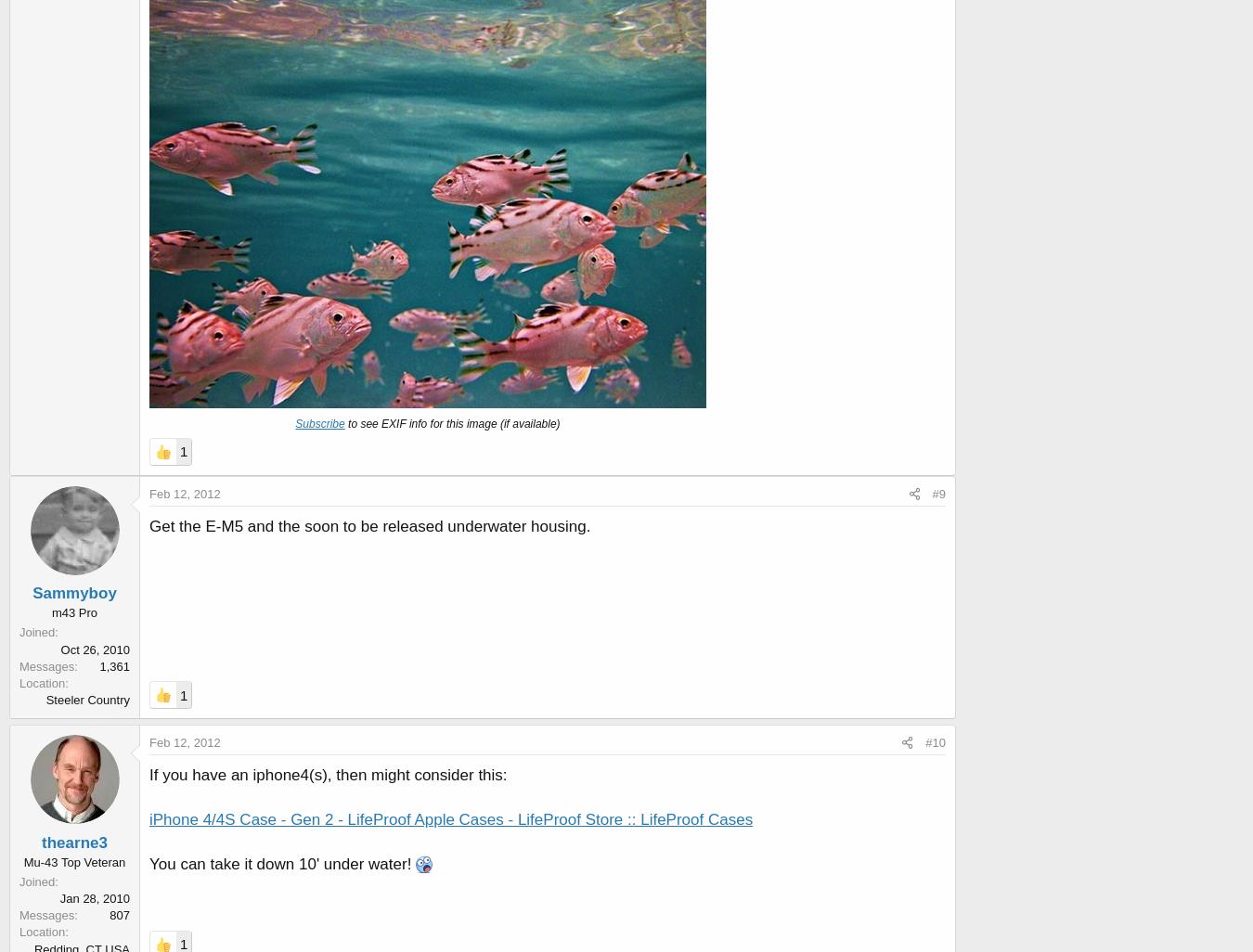  What do you see at coordinates (73, 841) in the screenshot?
I see `'thearne3'` at bounding box center [73, 841].